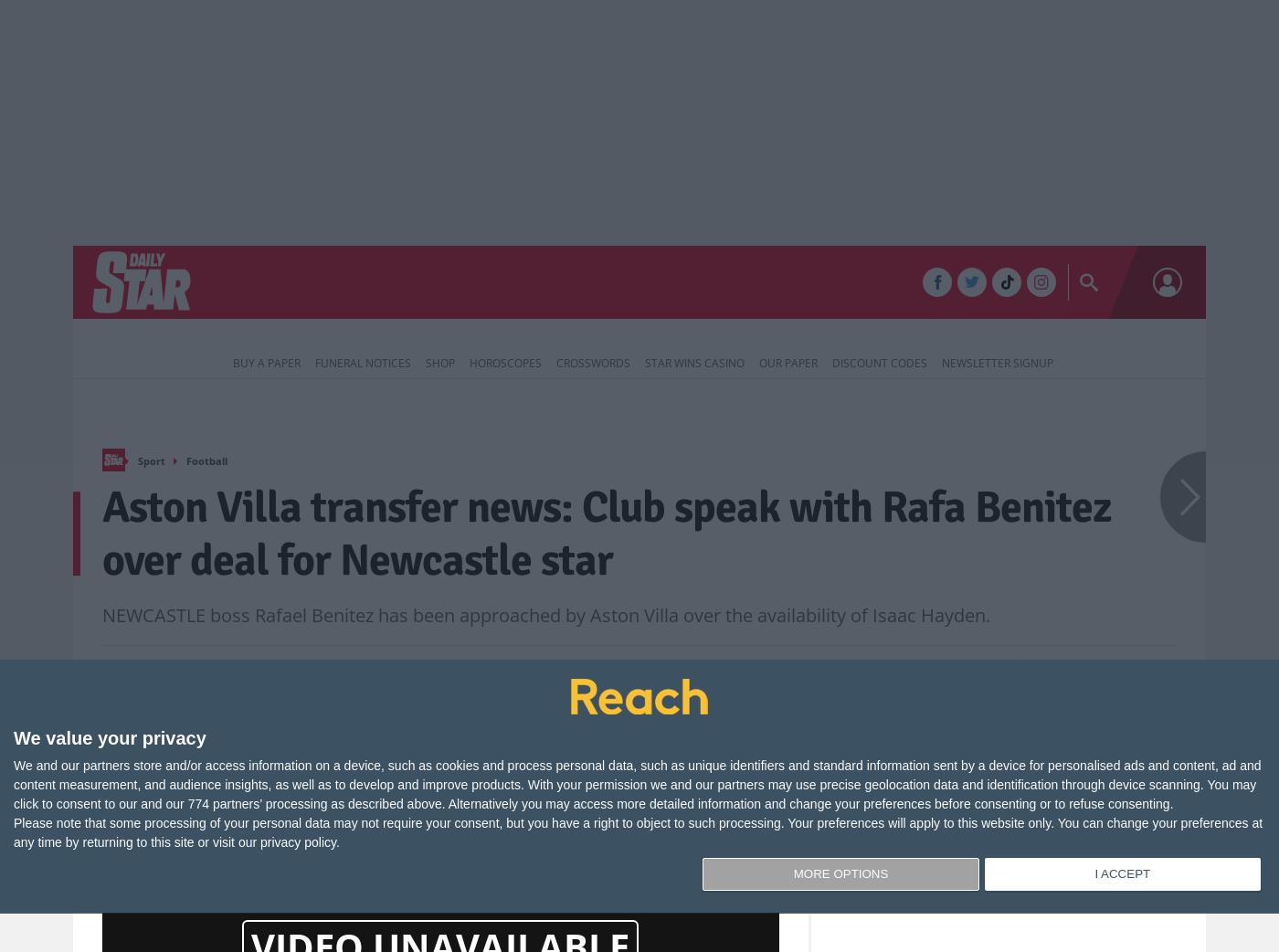 This screenshot has width=1279, height=952. I want to click on 'TV', so click(631, 284).